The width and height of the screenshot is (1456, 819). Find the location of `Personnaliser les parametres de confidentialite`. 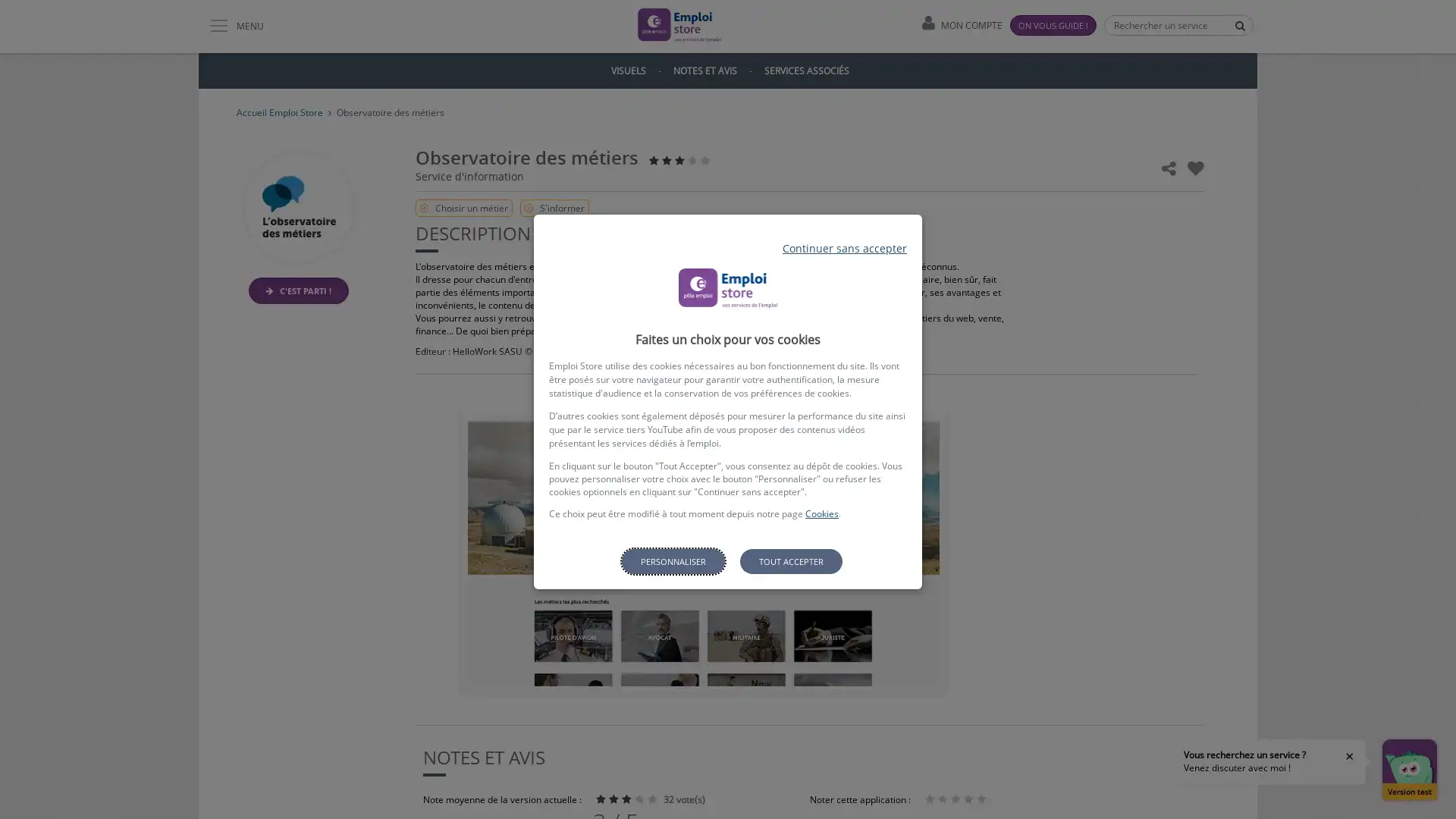

Personnaliser les parametres de confidentialite is located at coordinates (672, 561).